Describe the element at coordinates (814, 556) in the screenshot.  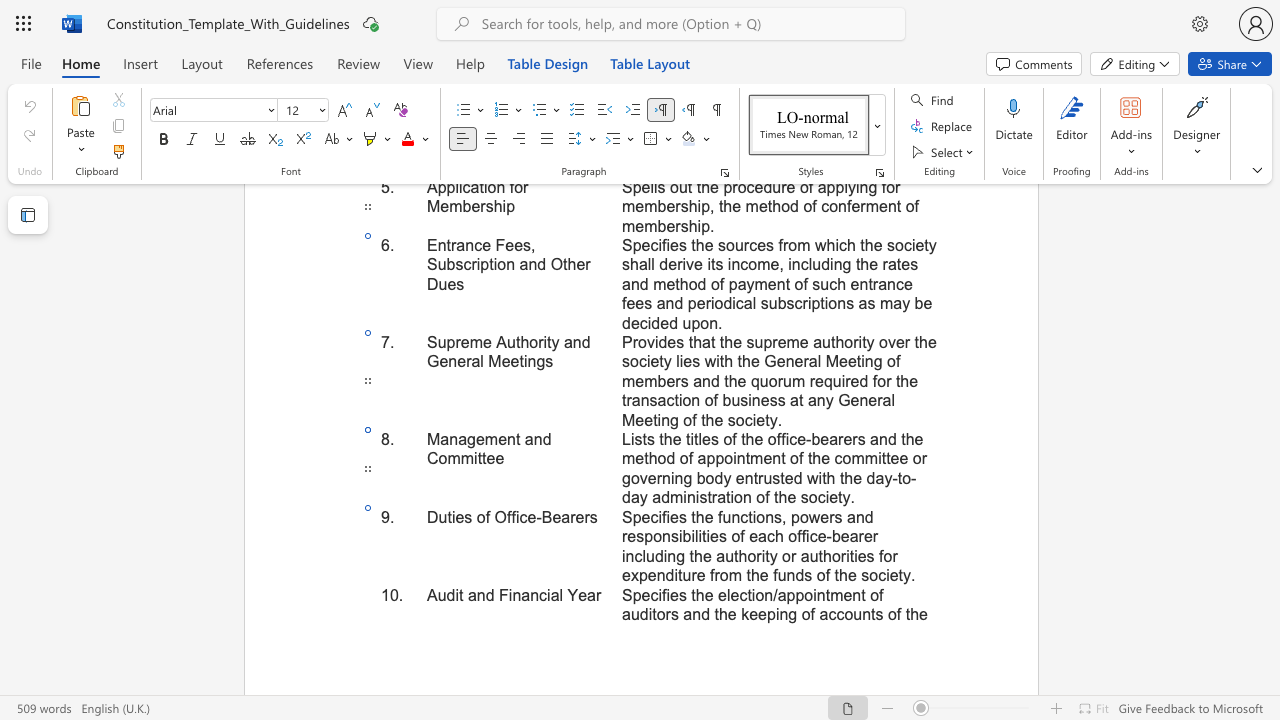
I see `the 4th character "u" in the text` at that location.